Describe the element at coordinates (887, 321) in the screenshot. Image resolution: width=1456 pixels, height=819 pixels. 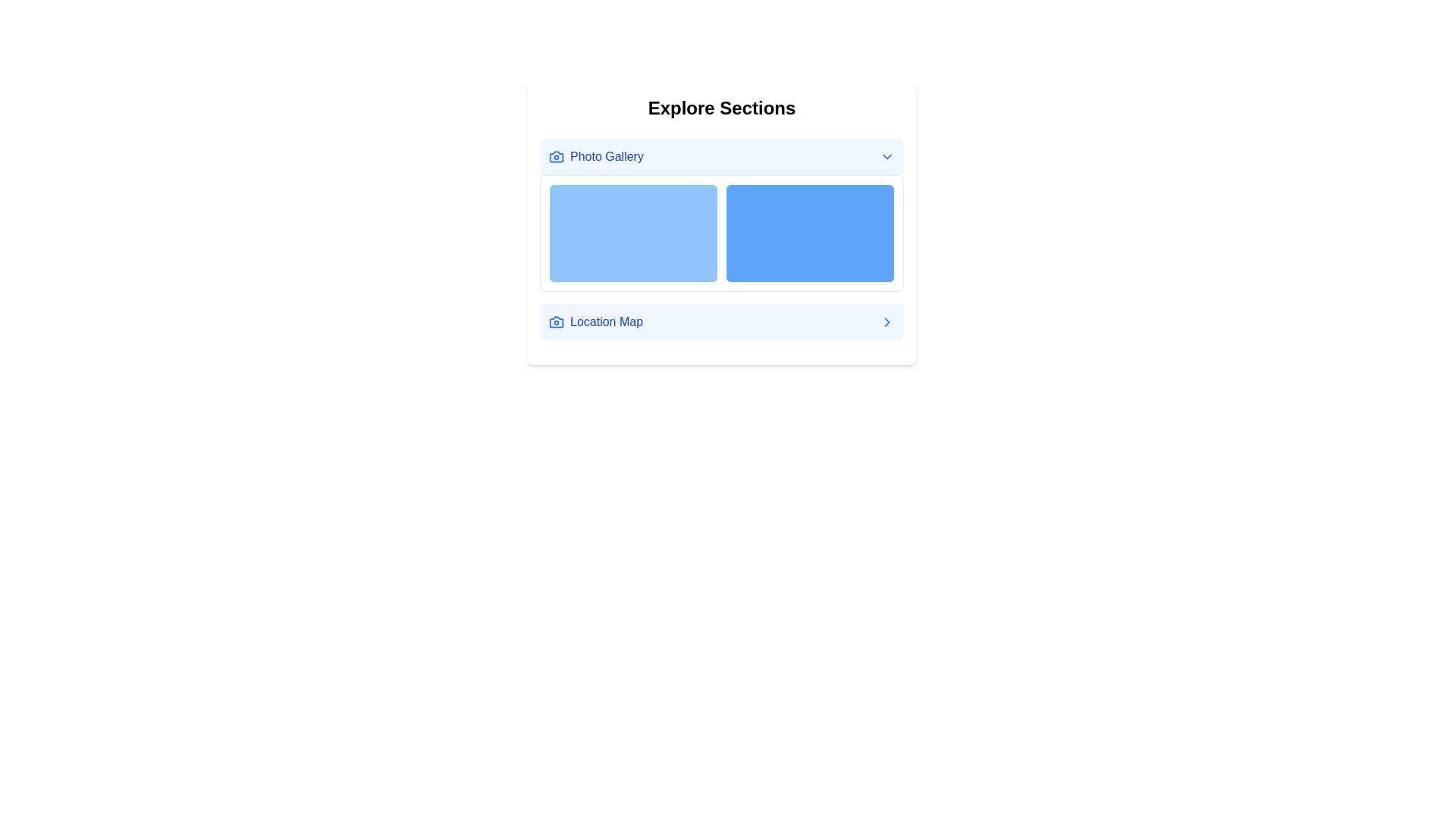
I see `the chevron right icon, which is a blue arrow located on the far right of the 'Location Map' row in the 'Explore Sections' card` at that location.